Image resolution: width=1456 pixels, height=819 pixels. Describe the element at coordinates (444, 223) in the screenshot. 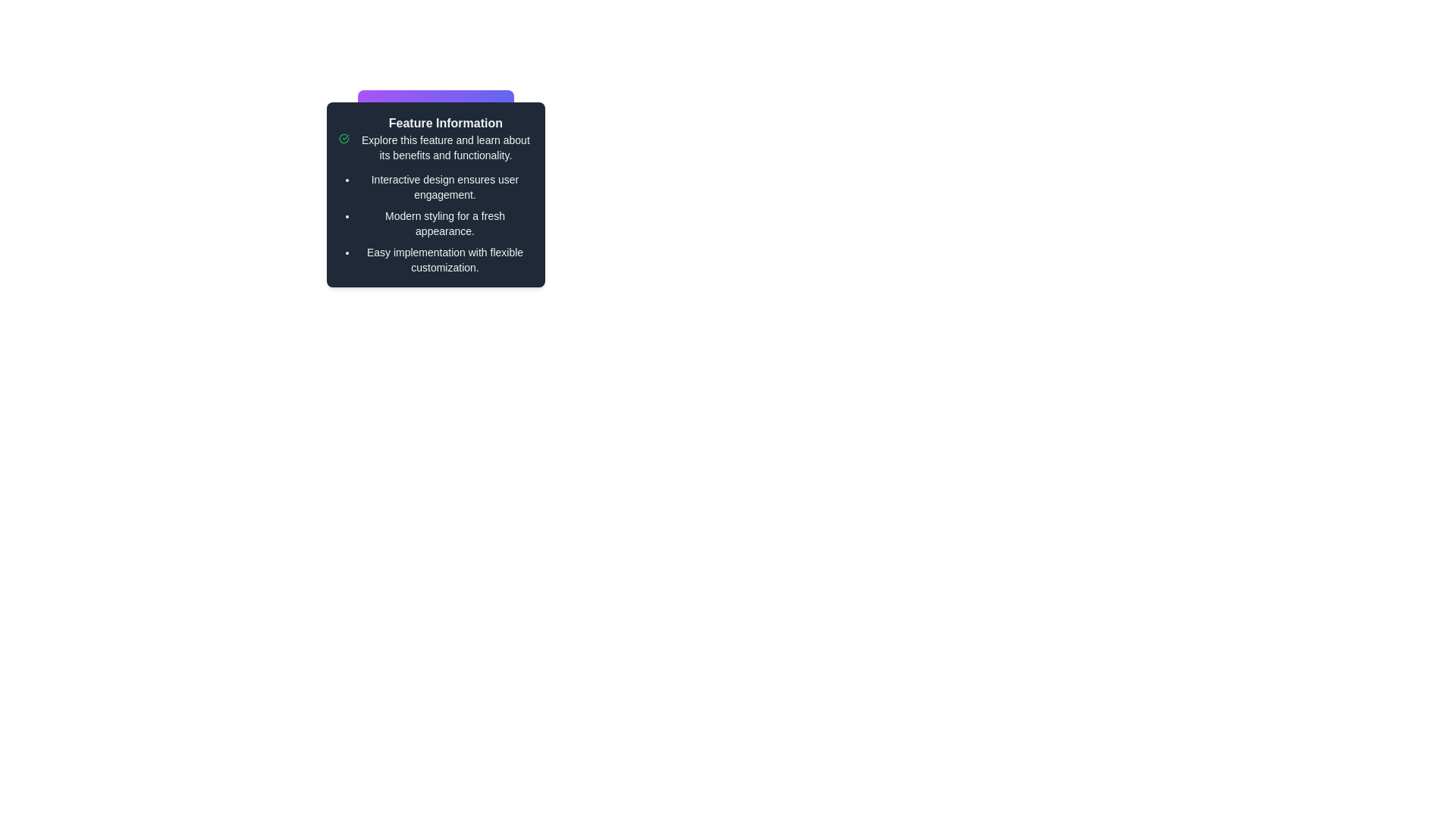

I see `the static text that provides supplementary information about a feature's appearance, located in the second position of a three-item bulleted list within the 'Feature Information' section` at that location.